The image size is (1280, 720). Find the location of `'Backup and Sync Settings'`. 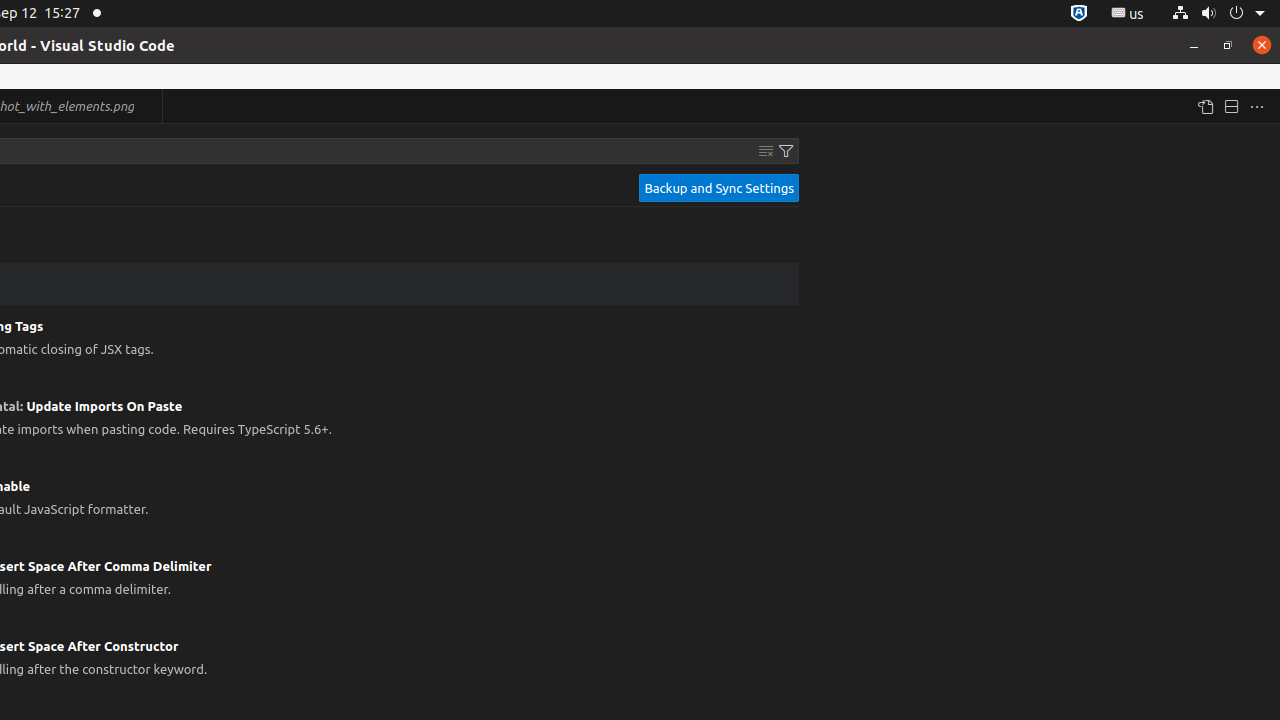

'Backup and Sync Settings' is located at coordinates (718, 187).